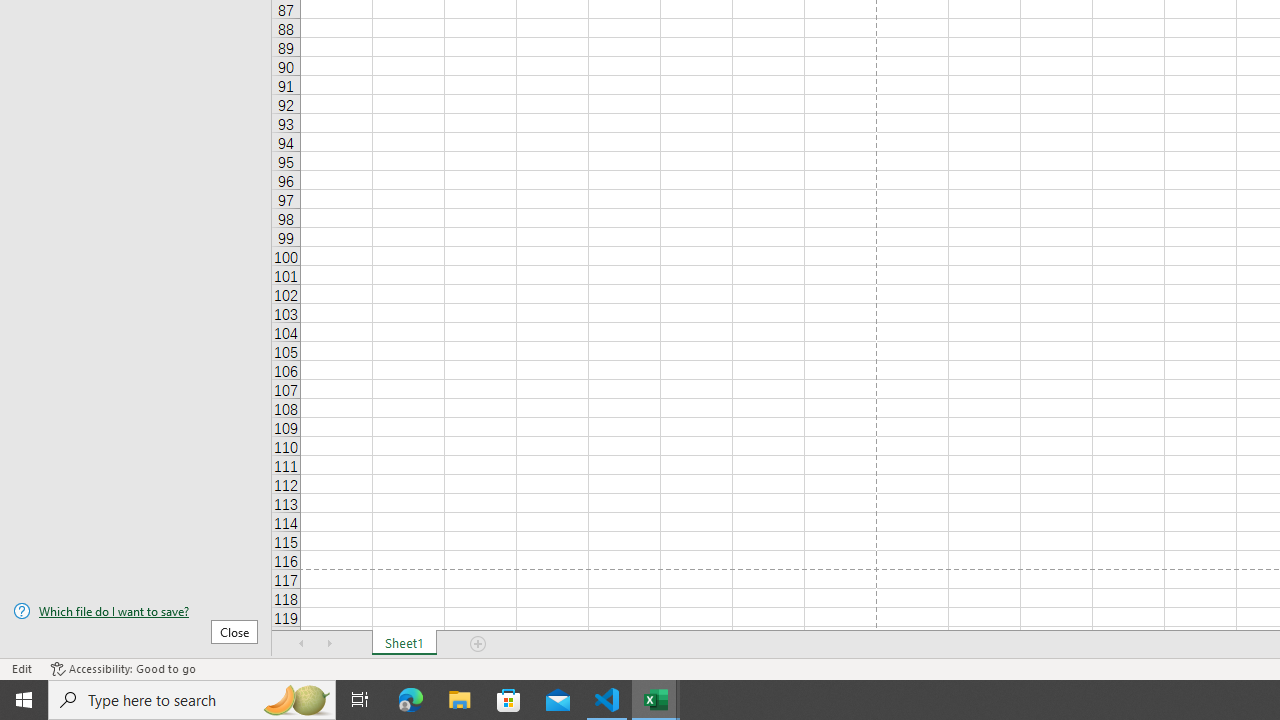 The height and width of the screenshot is (720, 1280). Describe the element at coordinates (330, 644) in the screenshot. I see `'Scroll Right'` at that location.